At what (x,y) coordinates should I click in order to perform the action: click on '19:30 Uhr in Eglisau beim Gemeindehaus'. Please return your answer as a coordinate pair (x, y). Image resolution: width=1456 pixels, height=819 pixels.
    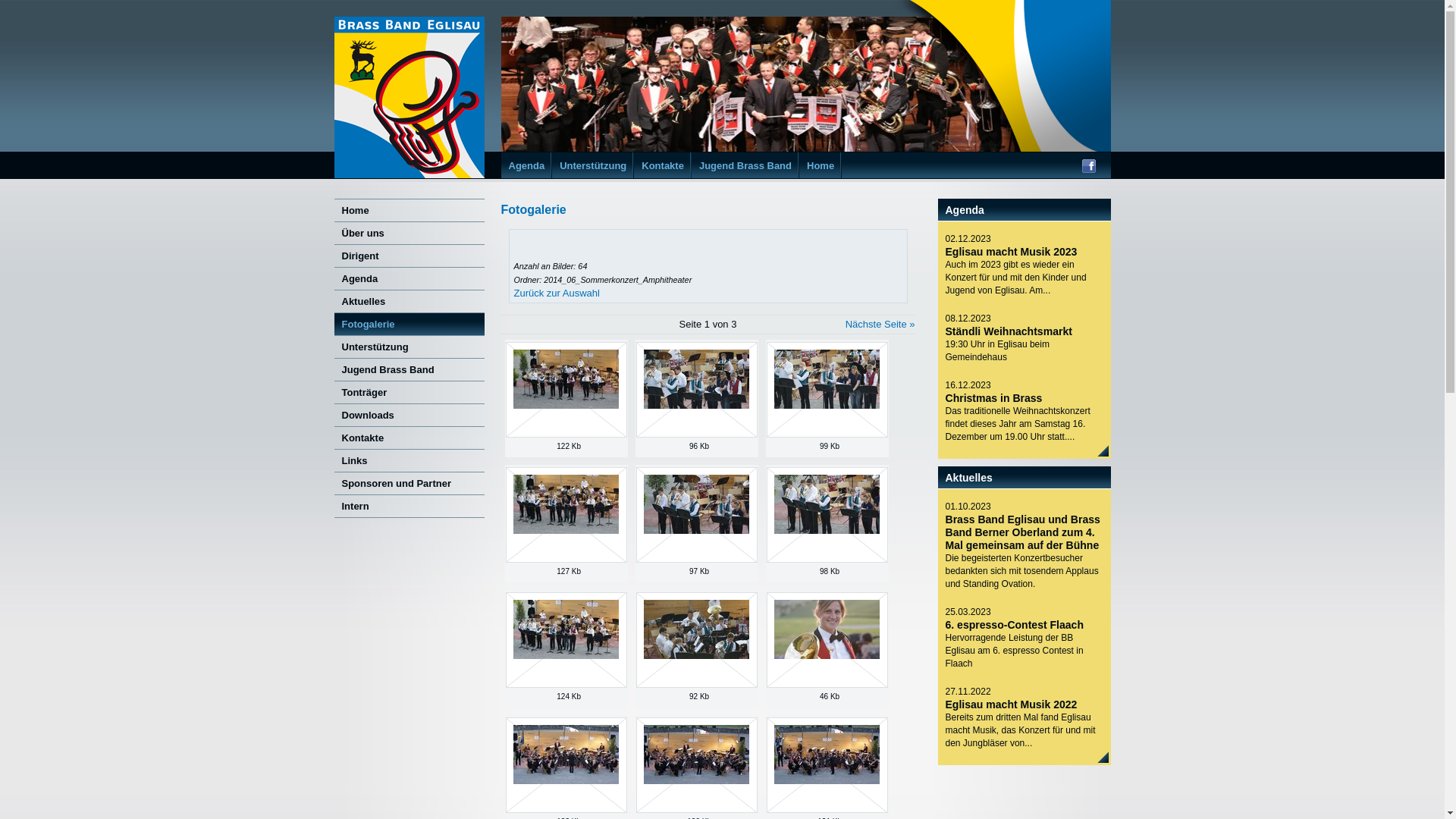
    Looking at the image, I should click on (1023, 350).